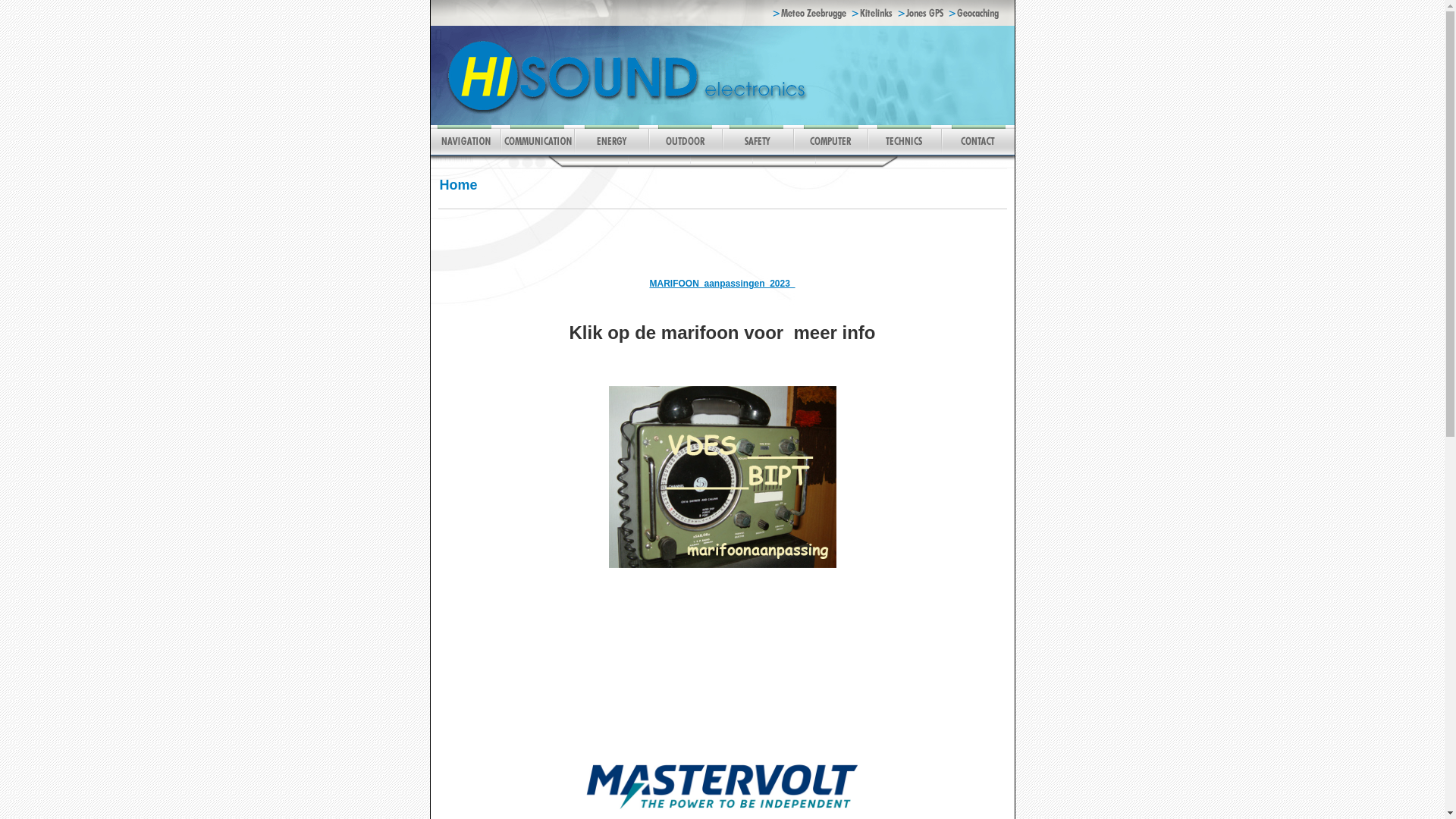 The image size is (1456, 819). What do you see at coordinates (610, 152) in the screenshot?
I see `'Energy'` at bounding box center [610, 152].